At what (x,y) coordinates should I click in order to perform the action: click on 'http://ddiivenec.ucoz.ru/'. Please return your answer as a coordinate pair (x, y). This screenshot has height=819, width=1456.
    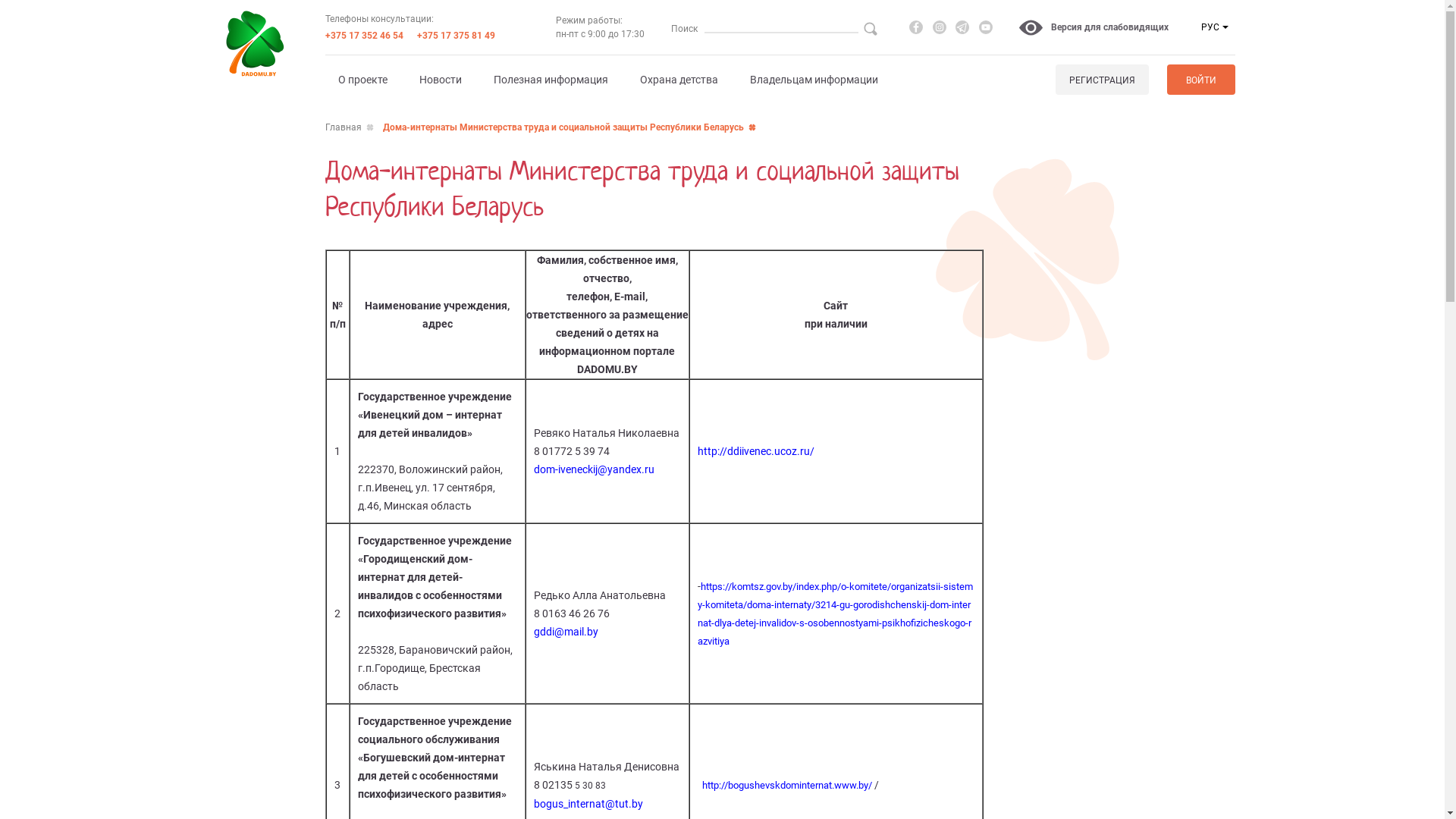
    Looking at the image, I should click on (756, 450).